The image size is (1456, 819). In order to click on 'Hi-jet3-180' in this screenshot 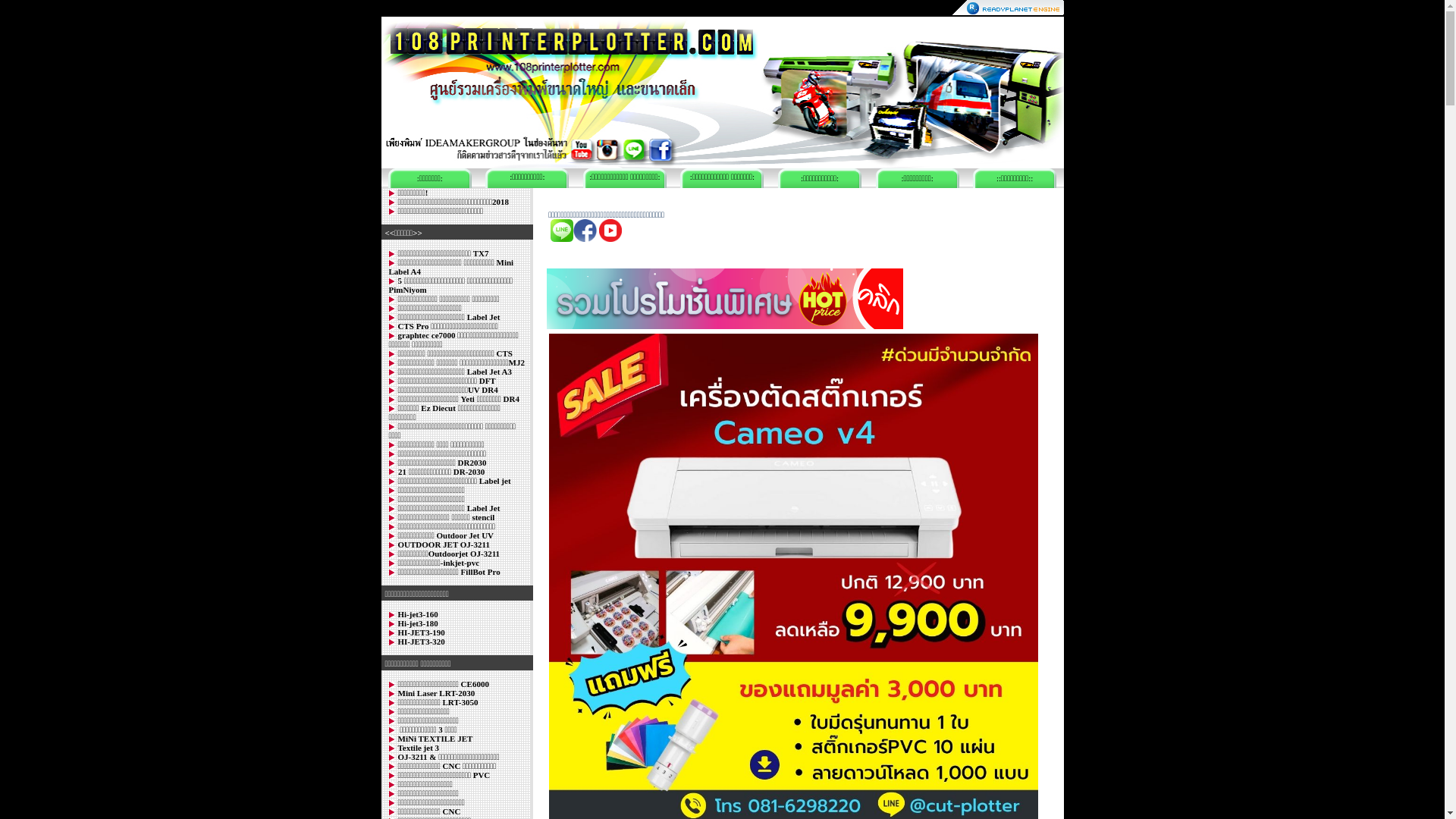, I will do `click(417, 623)`.